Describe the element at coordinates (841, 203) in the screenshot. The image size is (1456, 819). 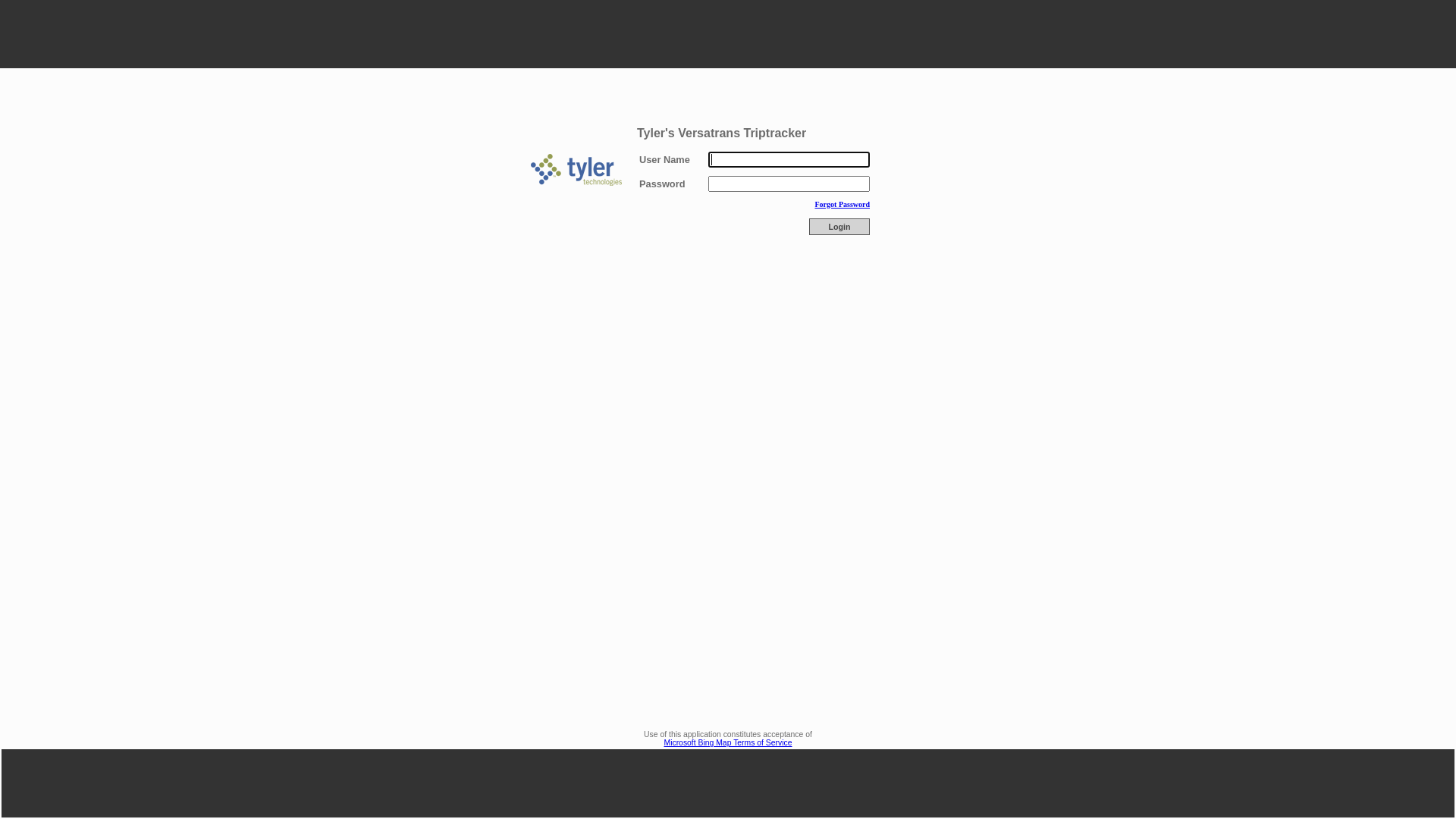
I see `'Forgot Password'` at that location.